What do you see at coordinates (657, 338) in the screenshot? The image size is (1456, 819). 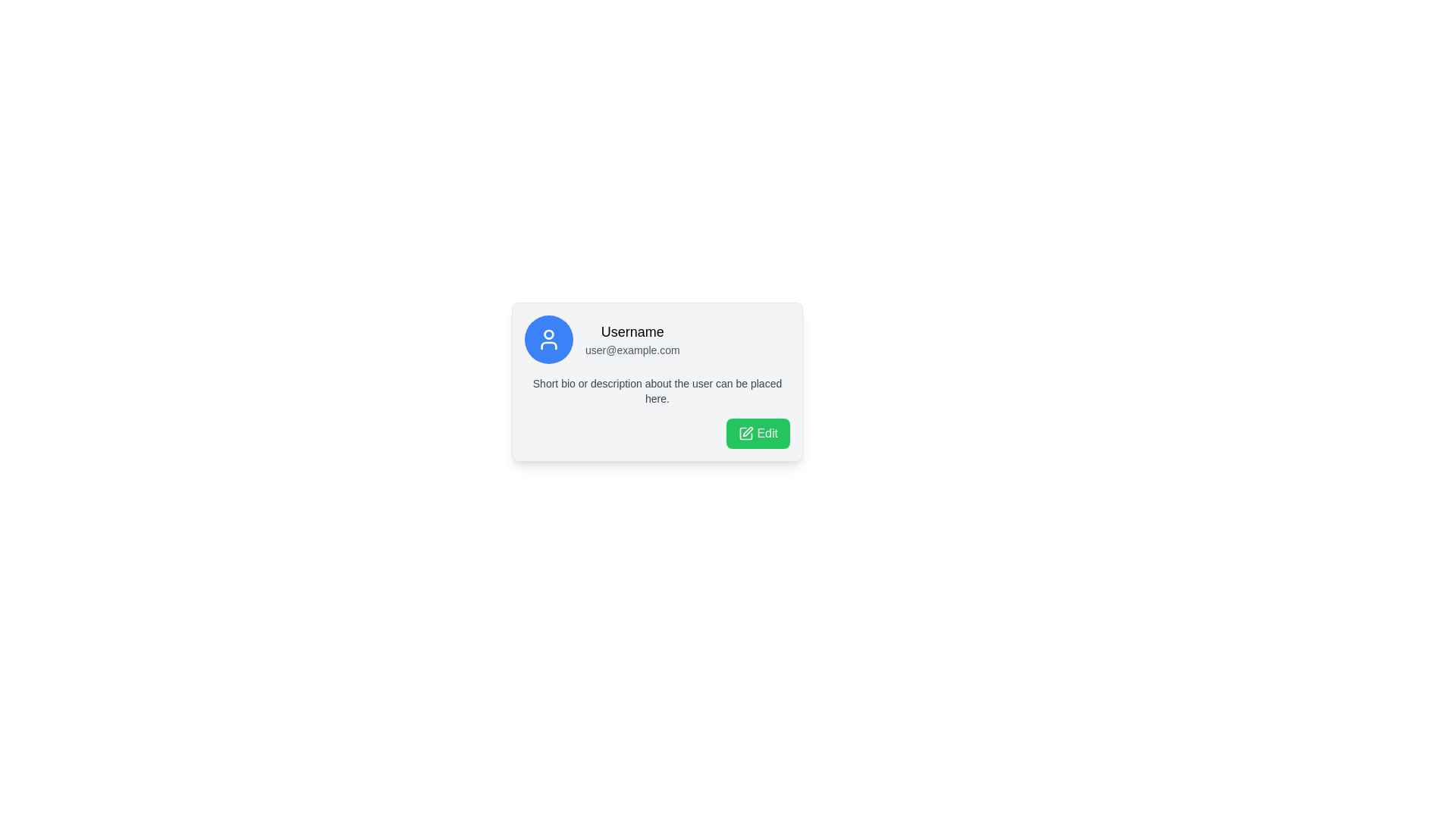 I see `the user profile composite element that includes a circular blue icon with a white silhouette representing the user avatar, the bold username 'Username' above, and the smaller gray email address 'user@example.com' beneath it` at bounding box center [657, 338].